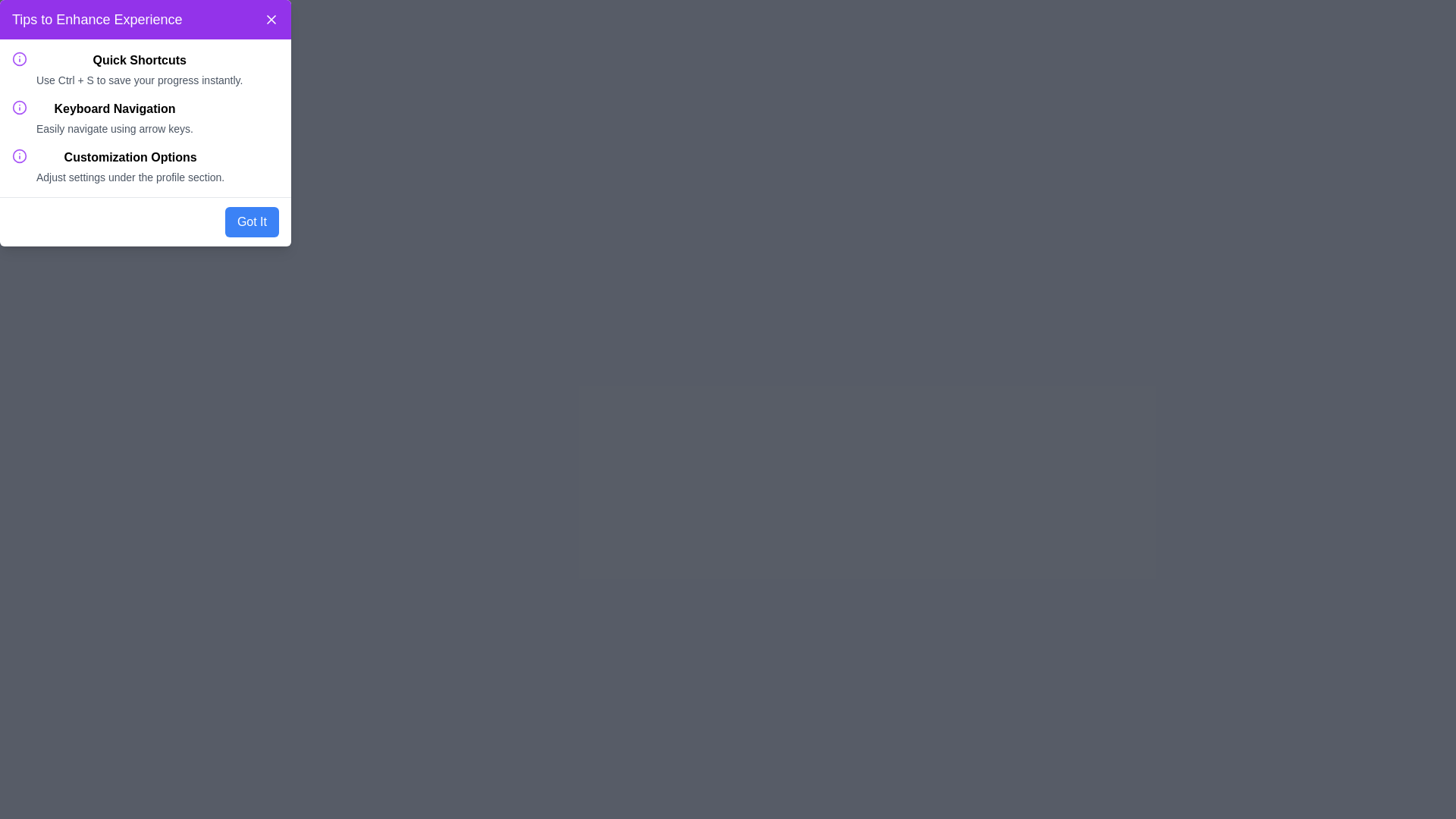  Describe the element at coordinates (146, 70) in the screenshot. I see `information block displaying 'Quick Shortcuts' and 'Use Ctrl + S to save your progress instantly' in the dialog box titled 'Tips to Enhance Experience'` at that location.